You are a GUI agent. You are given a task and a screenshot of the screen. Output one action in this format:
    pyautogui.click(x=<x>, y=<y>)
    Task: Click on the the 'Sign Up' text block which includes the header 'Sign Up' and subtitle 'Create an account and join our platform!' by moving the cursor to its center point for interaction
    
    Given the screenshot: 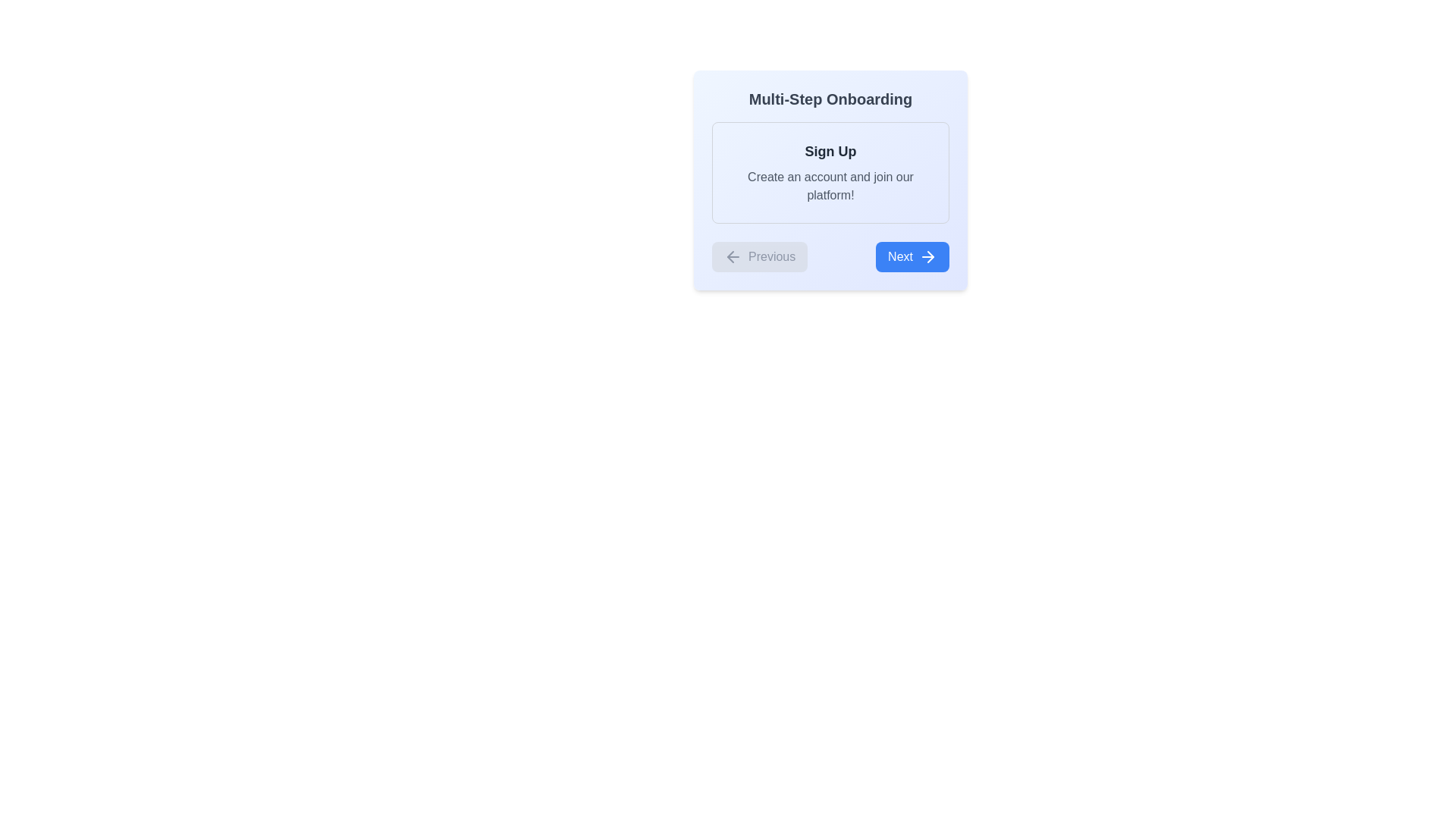 What is the action you would take?
    pyautogui.click(x=830, y=171)
    